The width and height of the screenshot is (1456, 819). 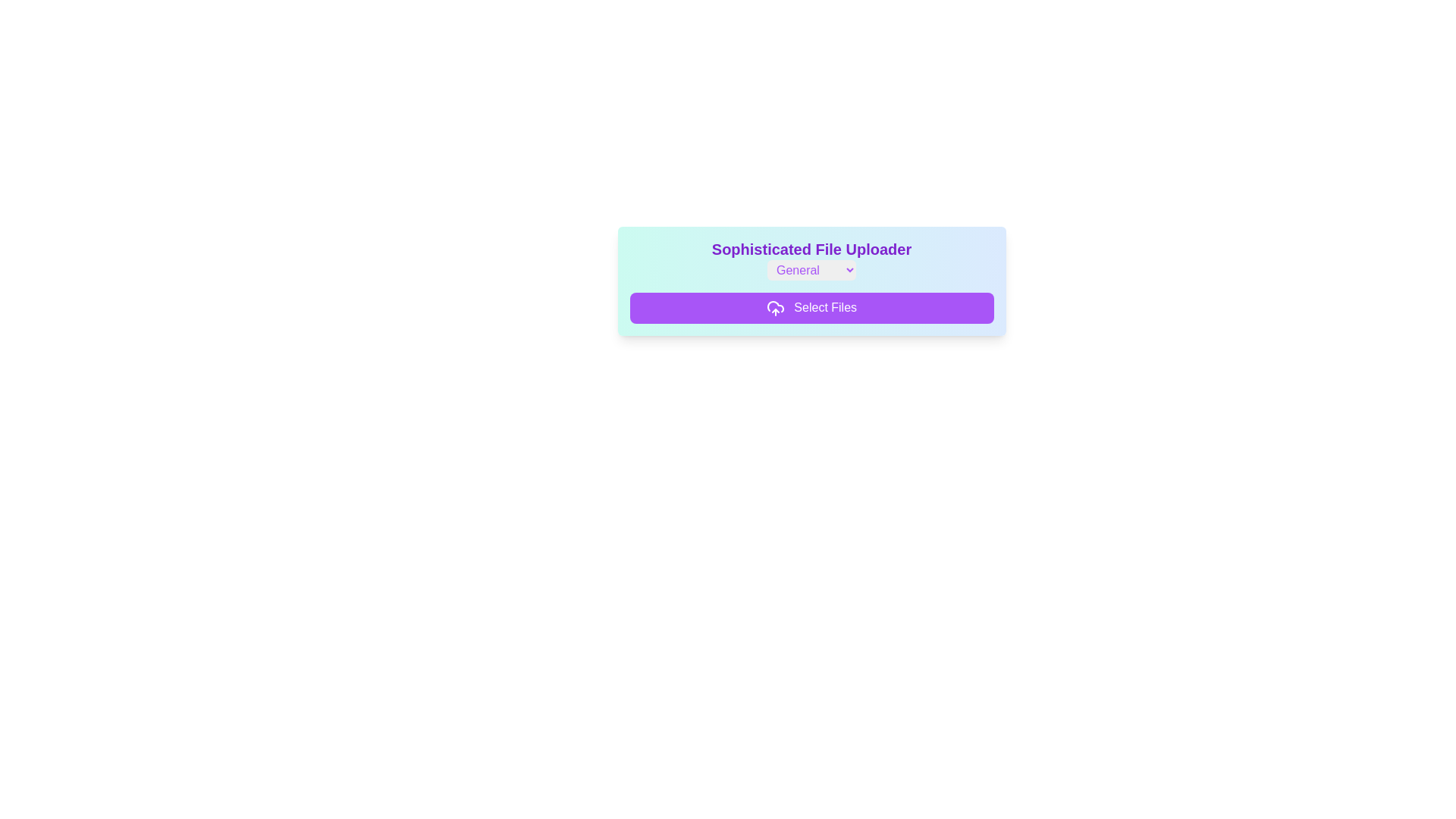 What do you see at coordinates (811, 259) in the screenshot?
I see `the 'Sophisticated File Uploader' element with interactive segmented controls, which includes options 'General', 'Images', and 'Documents'` at bounding box center [811, 259].